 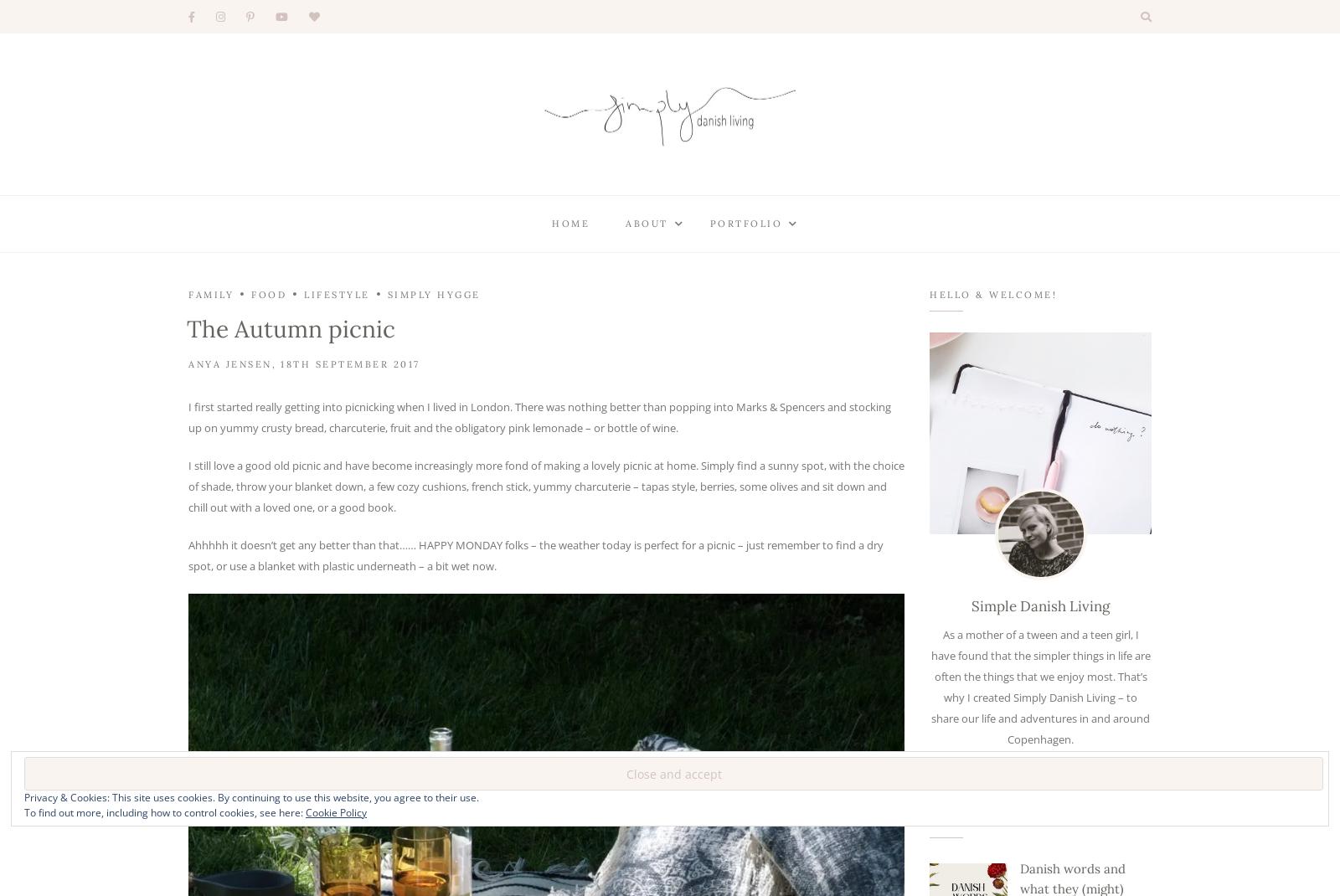 I want to click on 'Lifestyle', so click(x=335, y=295).